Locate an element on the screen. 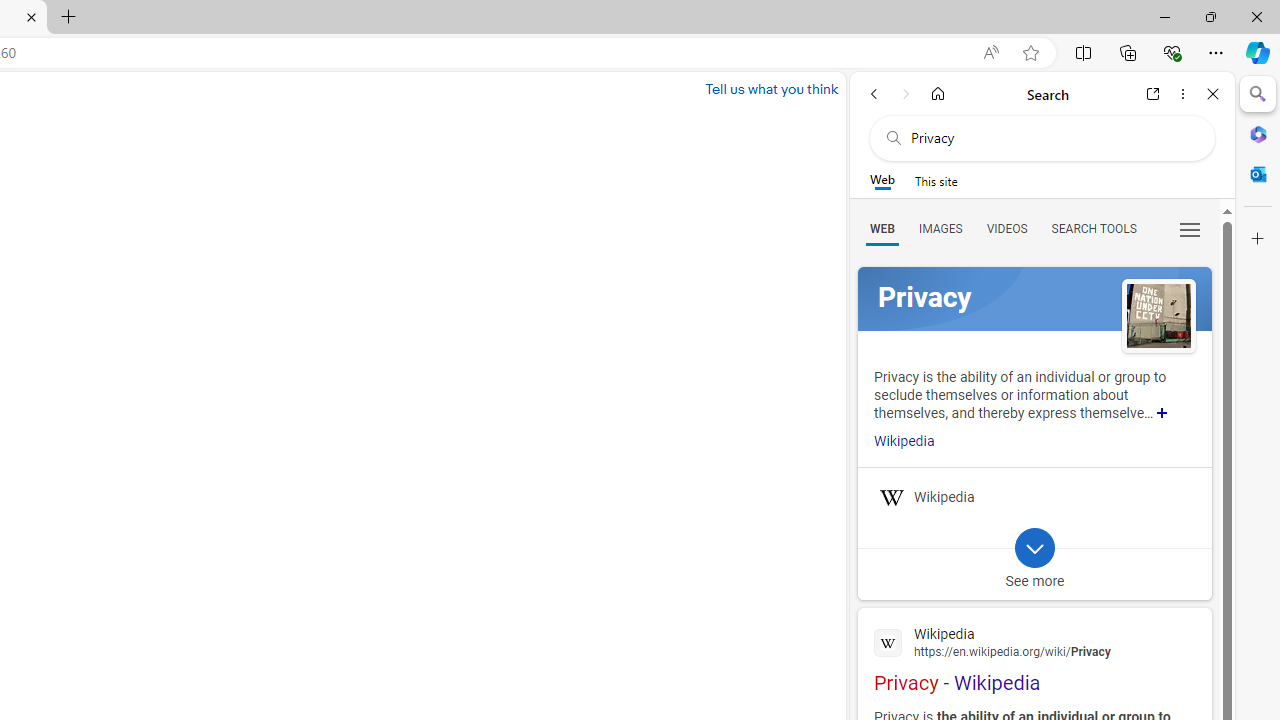 The image size is (1280, 720). 'Global web icon' is located at coordinates (887, 642).